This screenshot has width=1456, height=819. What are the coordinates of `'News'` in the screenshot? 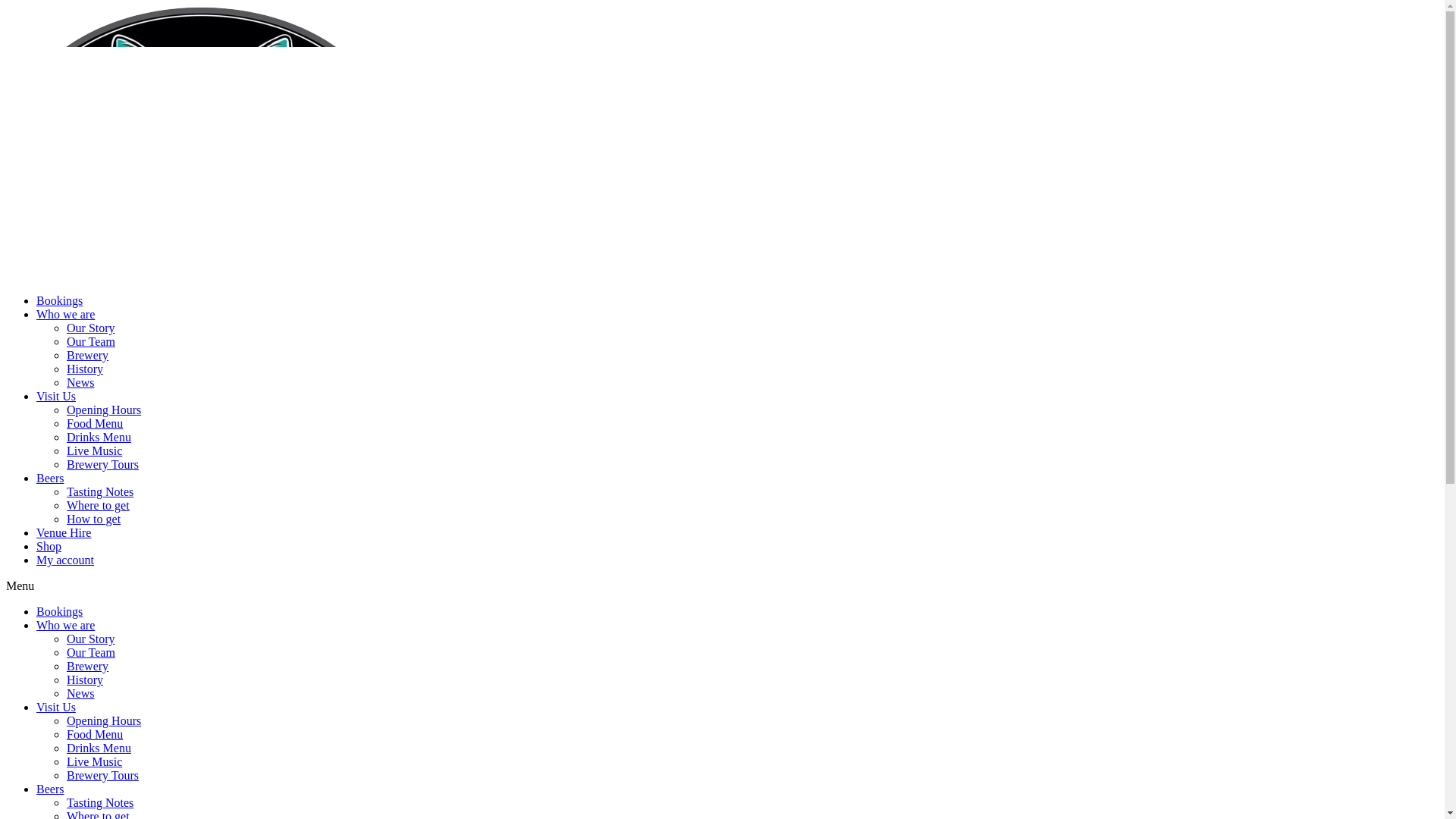 It's located at (79, 693).